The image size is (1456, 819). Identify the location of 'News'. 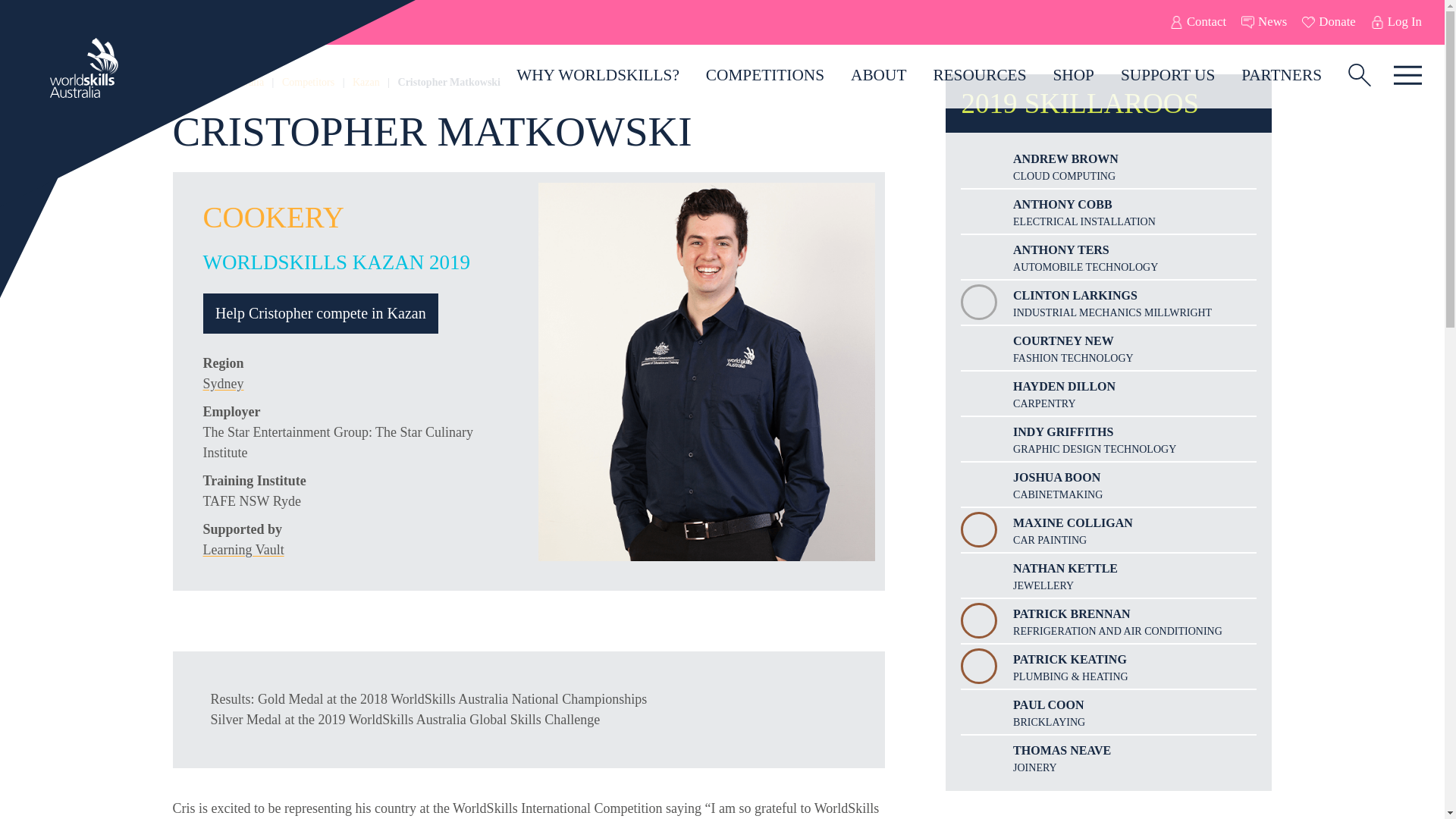
(1263, 22).